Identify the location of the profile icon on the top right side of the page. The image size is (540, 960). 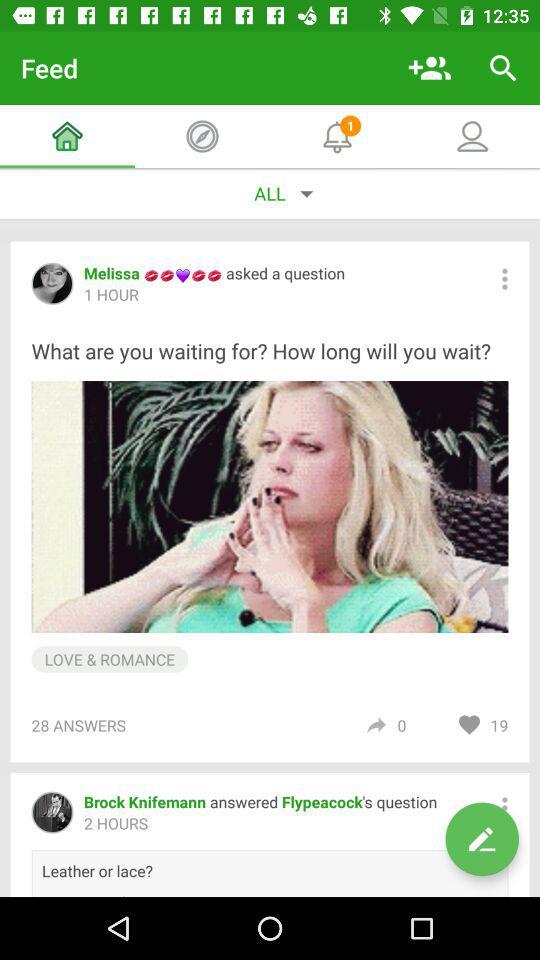
(472, 135).